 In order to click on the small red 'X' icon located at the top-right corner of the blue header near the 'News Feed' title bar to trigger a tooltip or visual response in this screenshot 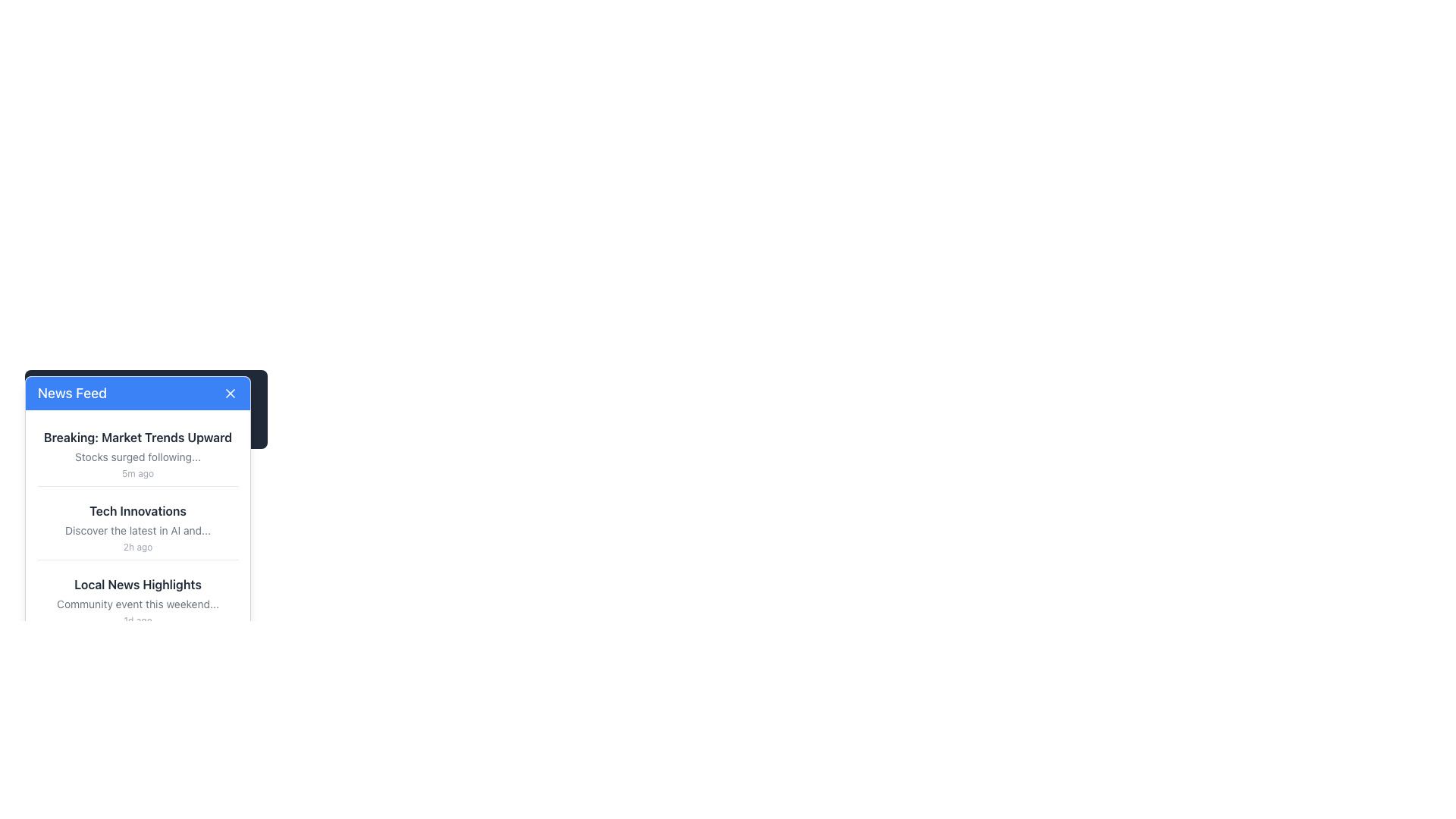, I will do `click(230, 393)`.